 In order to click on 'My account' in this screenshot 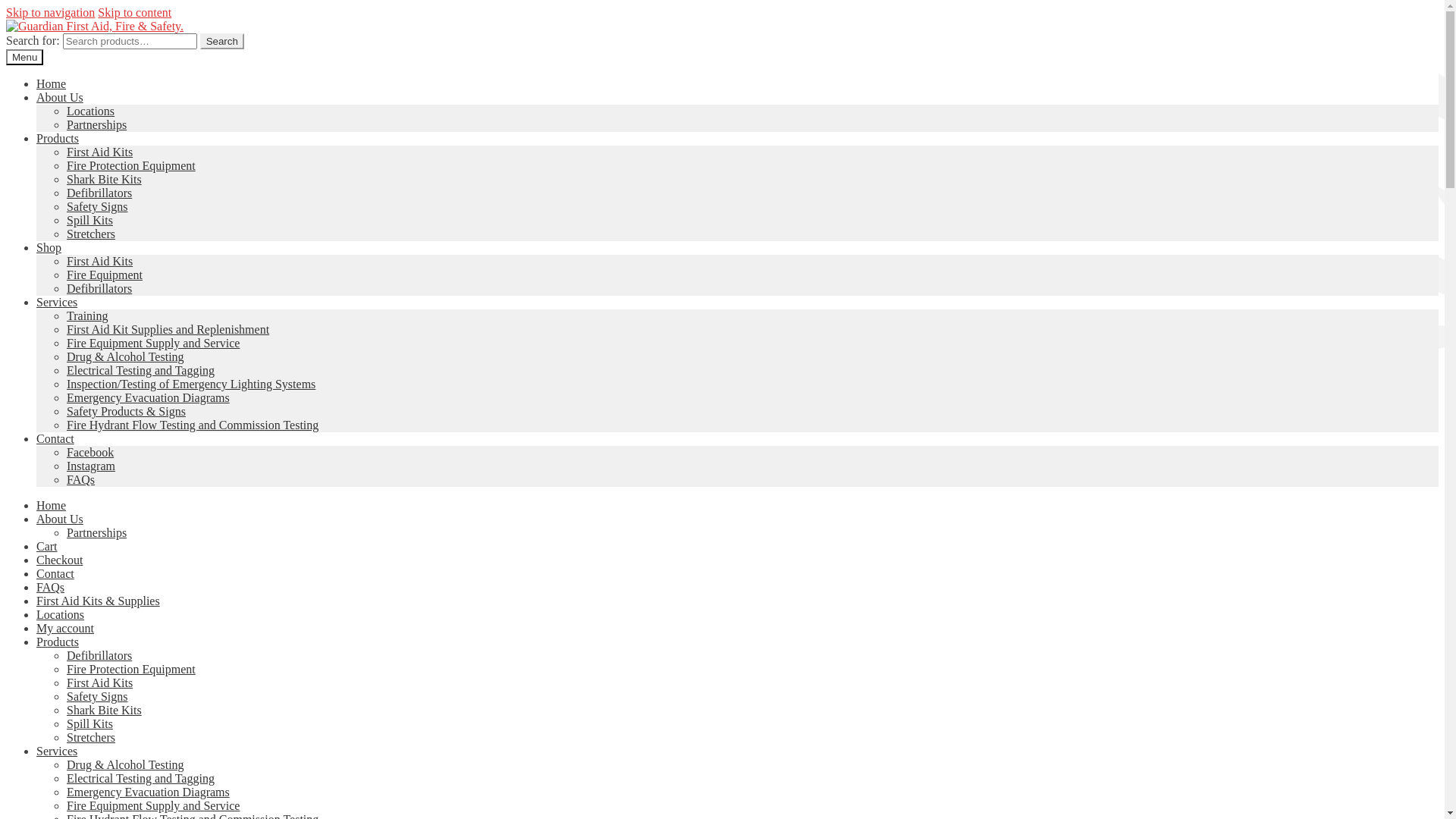, I will do `click(36, 628)`.